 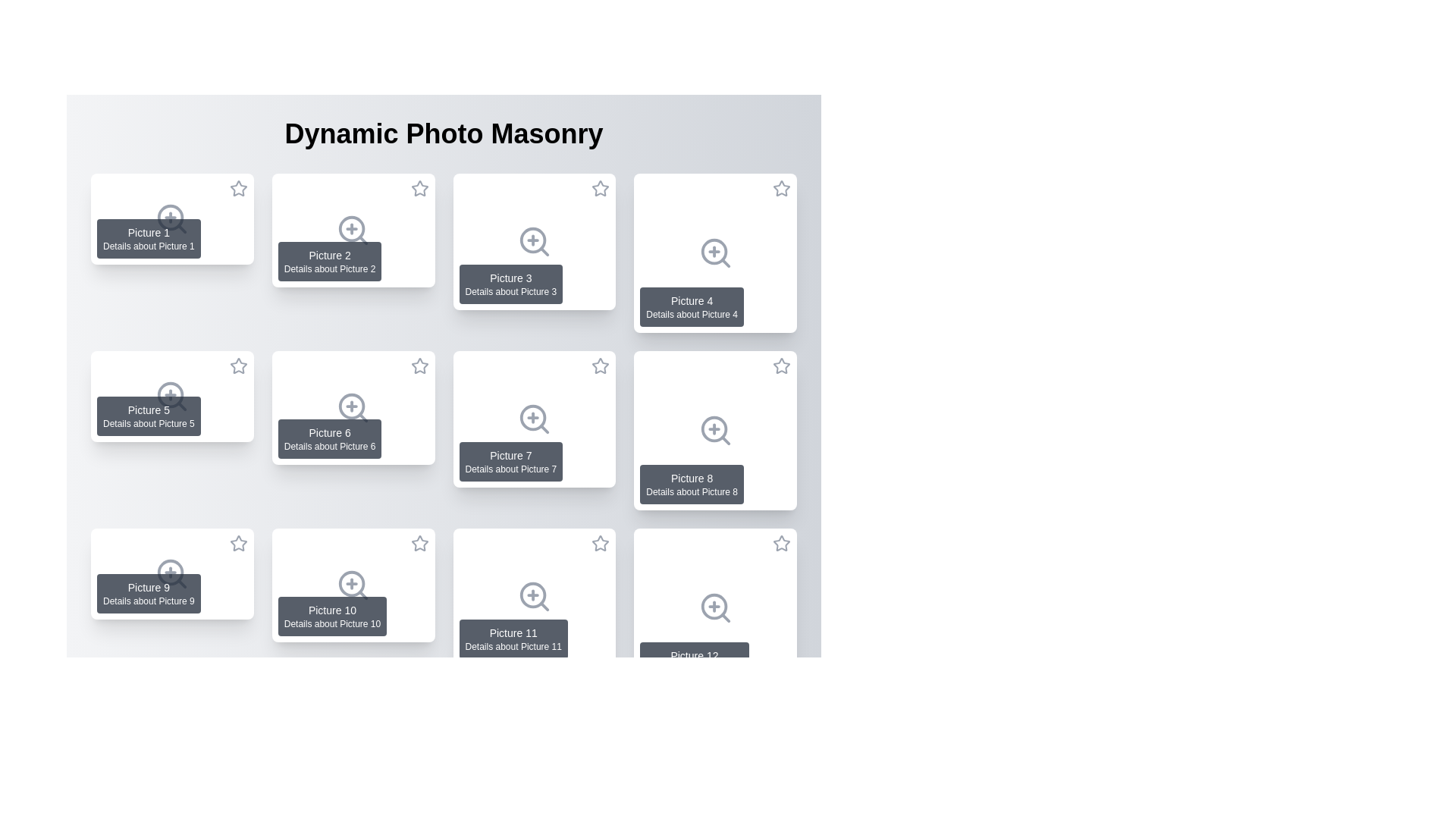 What do you see at coordinates (534, 241) in the screenshot?
I see `the card labeled 'Picture 3' which contains the magnifying glass icon with a '+' symbol in its center` at bounding box center [534, 241].